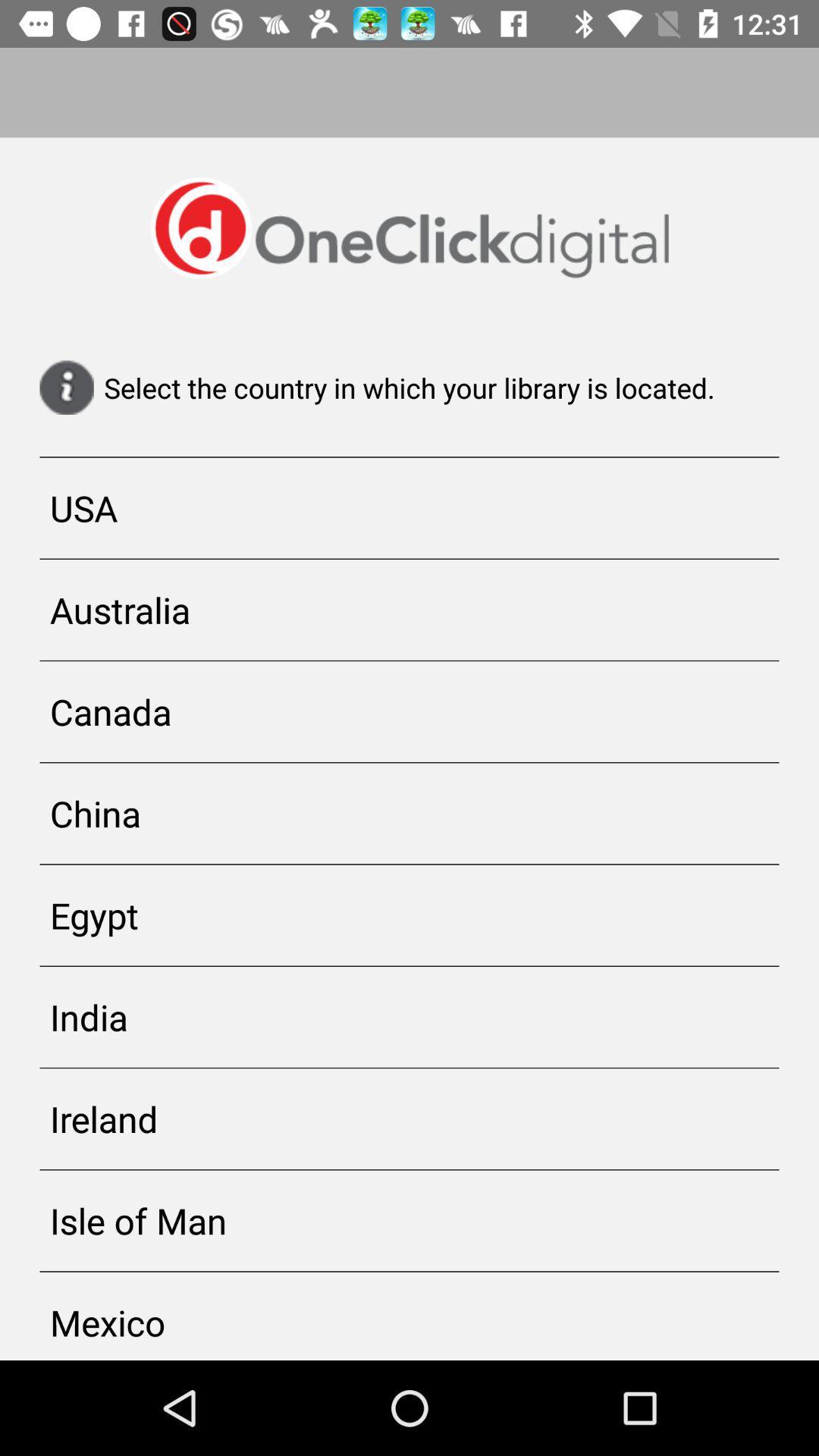 The width and height of the screenshot is (819, 1456). I want to click on the canada icon, so click(409, 711).